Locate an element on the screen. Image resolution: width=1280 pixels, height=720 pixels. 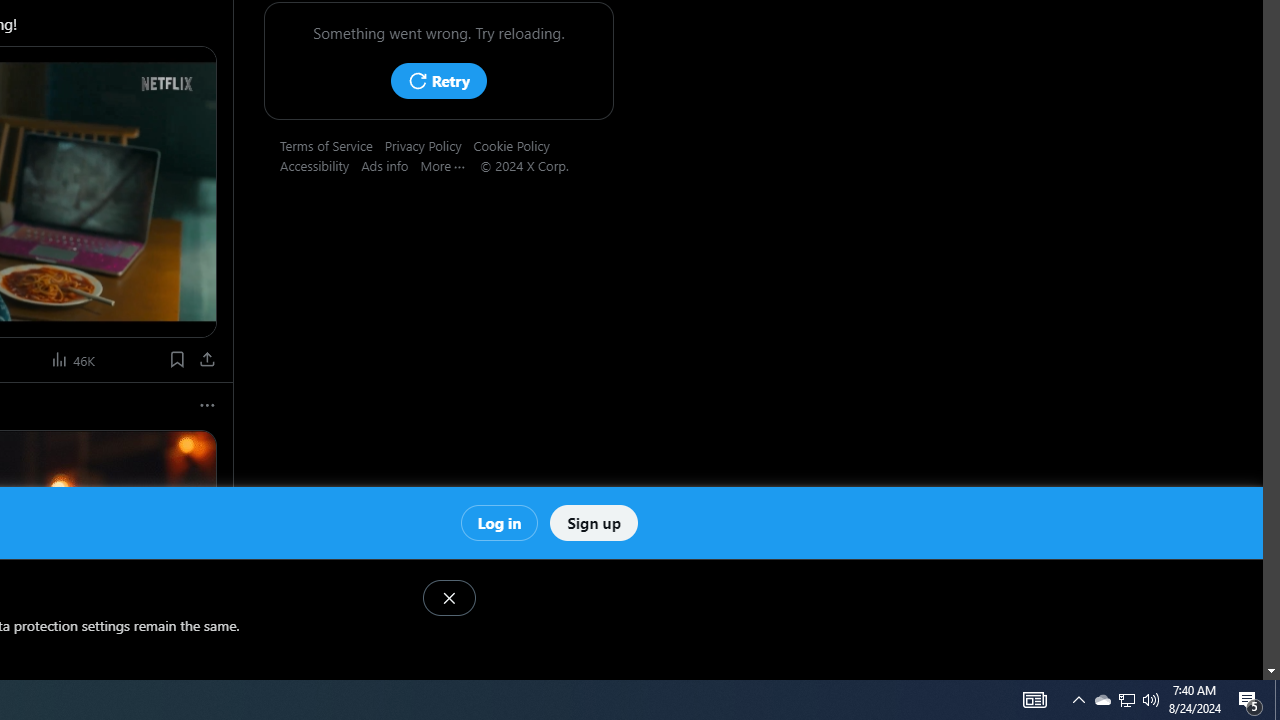
'Accessibility' is located at coordinates (321, 164).